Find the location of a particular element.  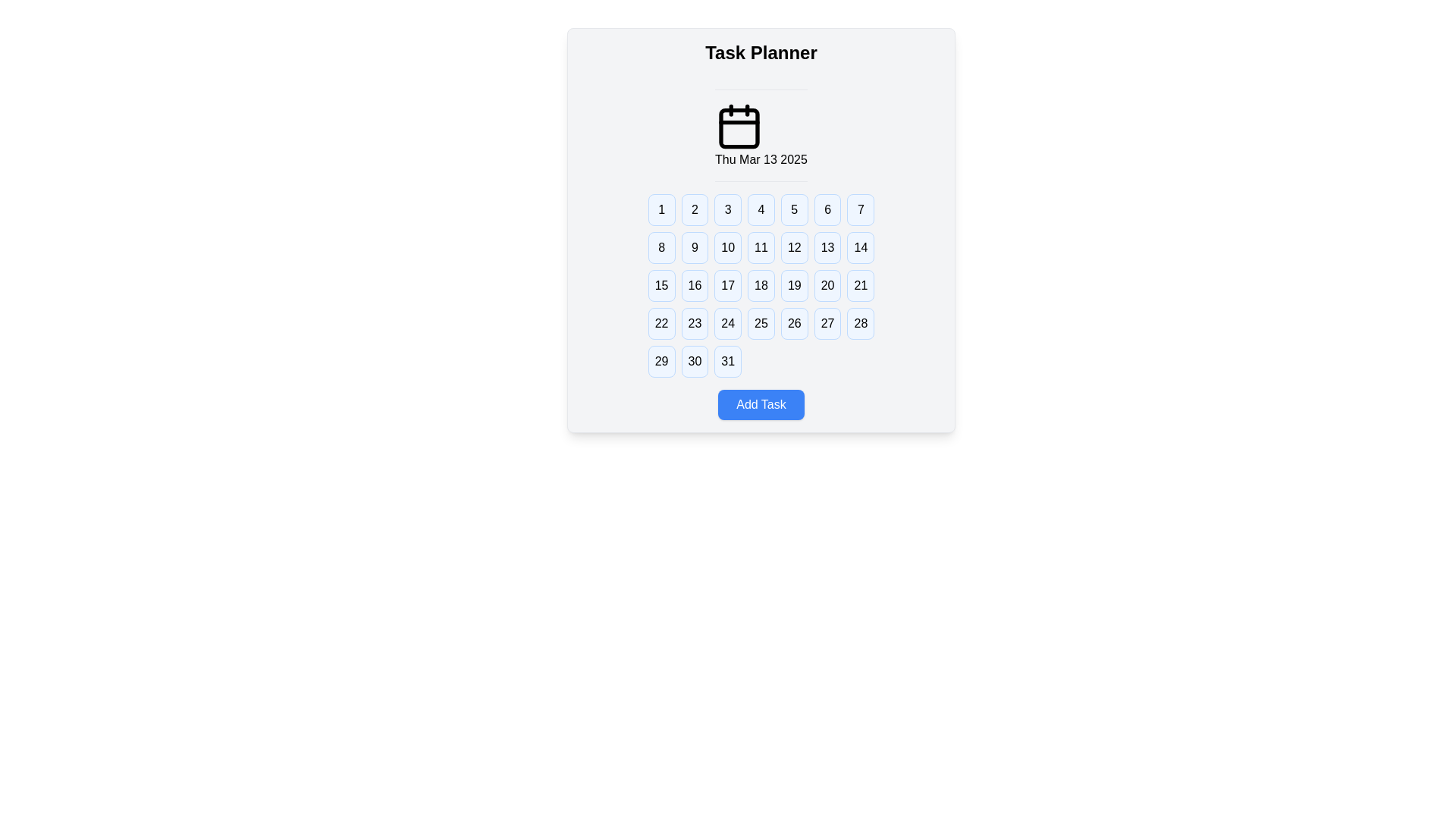

the calendar grid cell representing the 19th day is located at coordinates (793, 286).